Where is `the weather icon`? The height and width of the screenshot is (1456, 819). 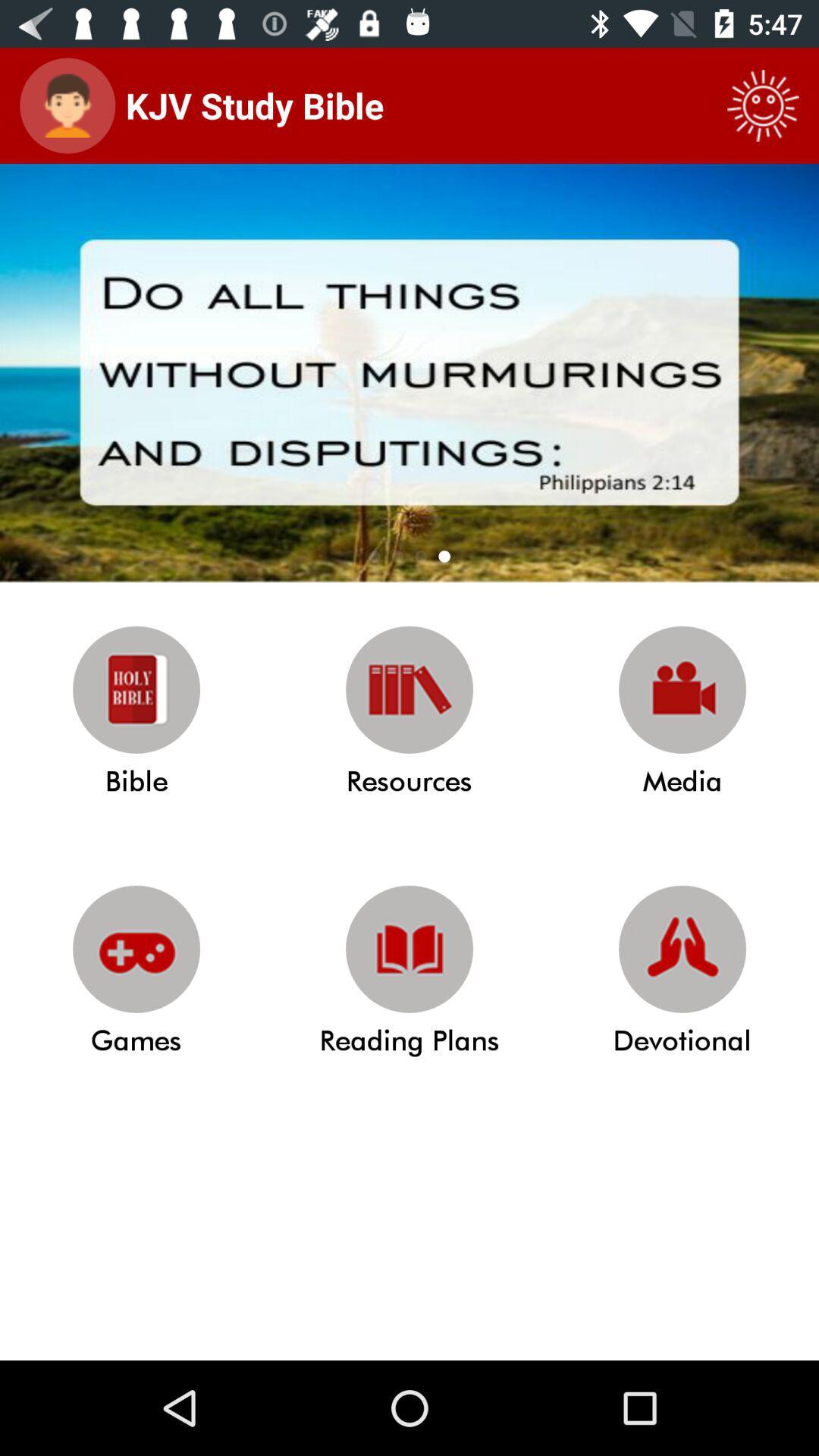
the weather icon is located at coordinates (763, 105).